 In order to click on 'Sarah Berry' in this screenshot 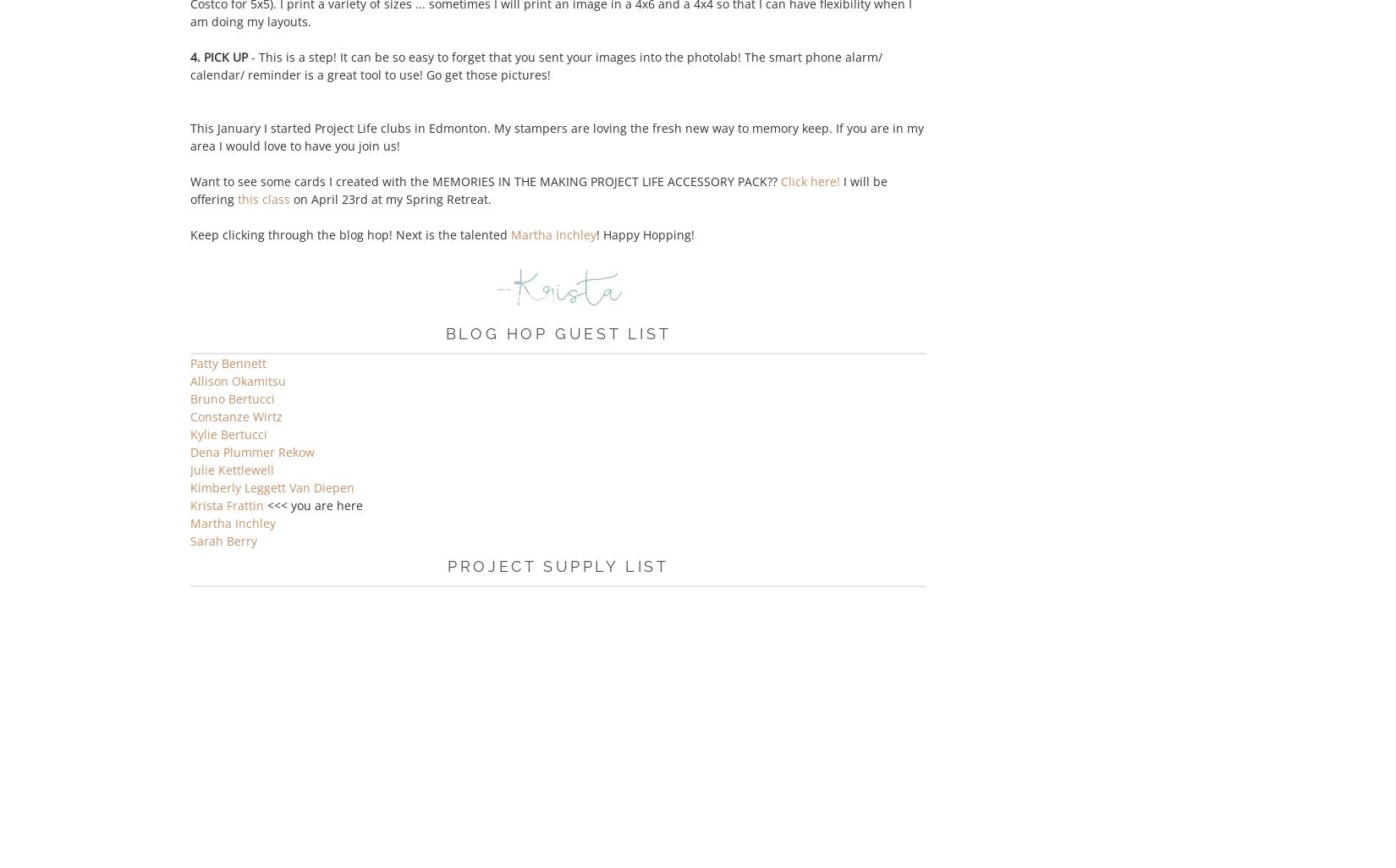, I will do `click(223, 541)`.